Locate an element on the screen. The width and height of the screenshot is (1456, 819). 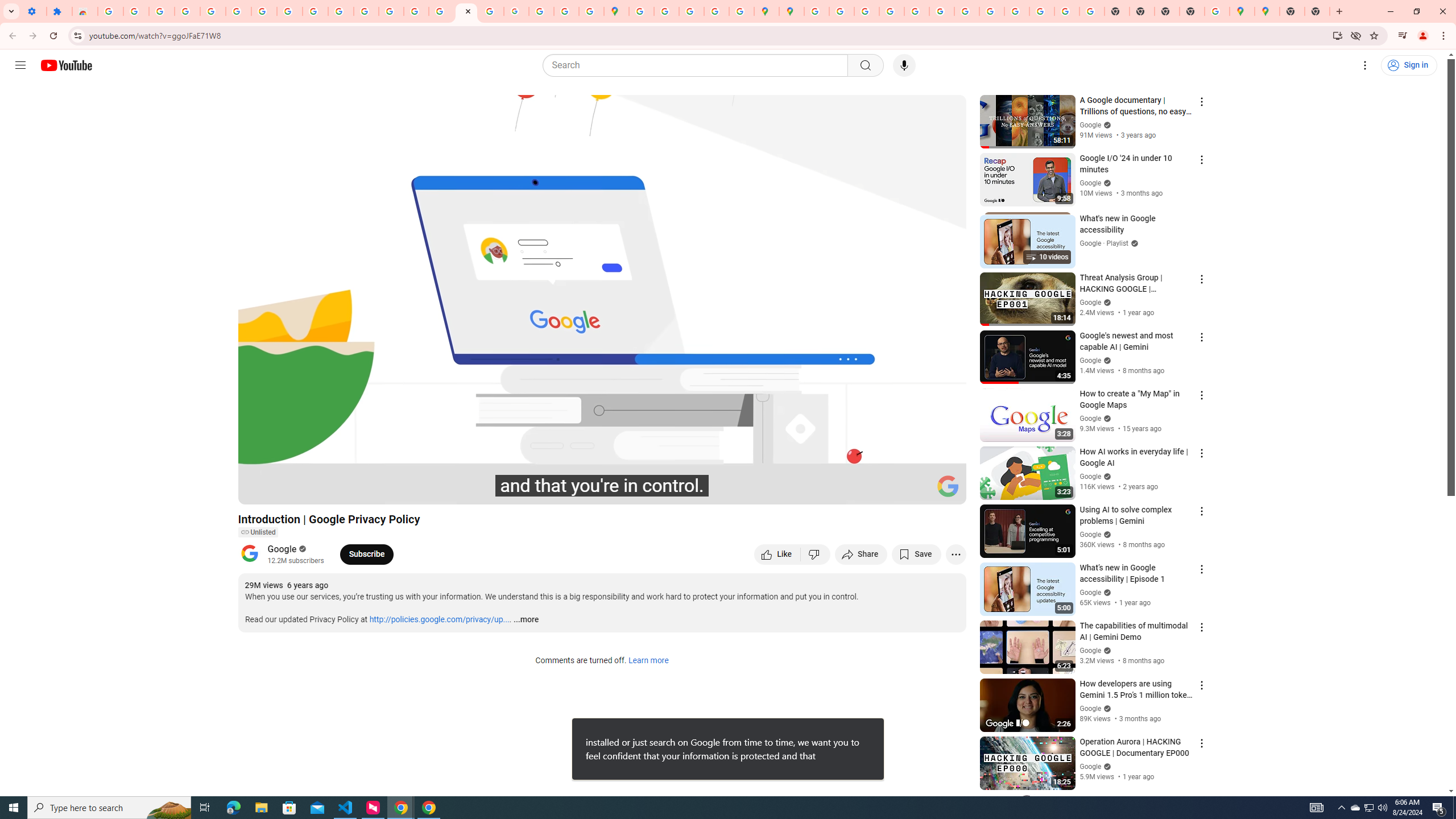
'New Tab' is located at coordinates (1192, 11).